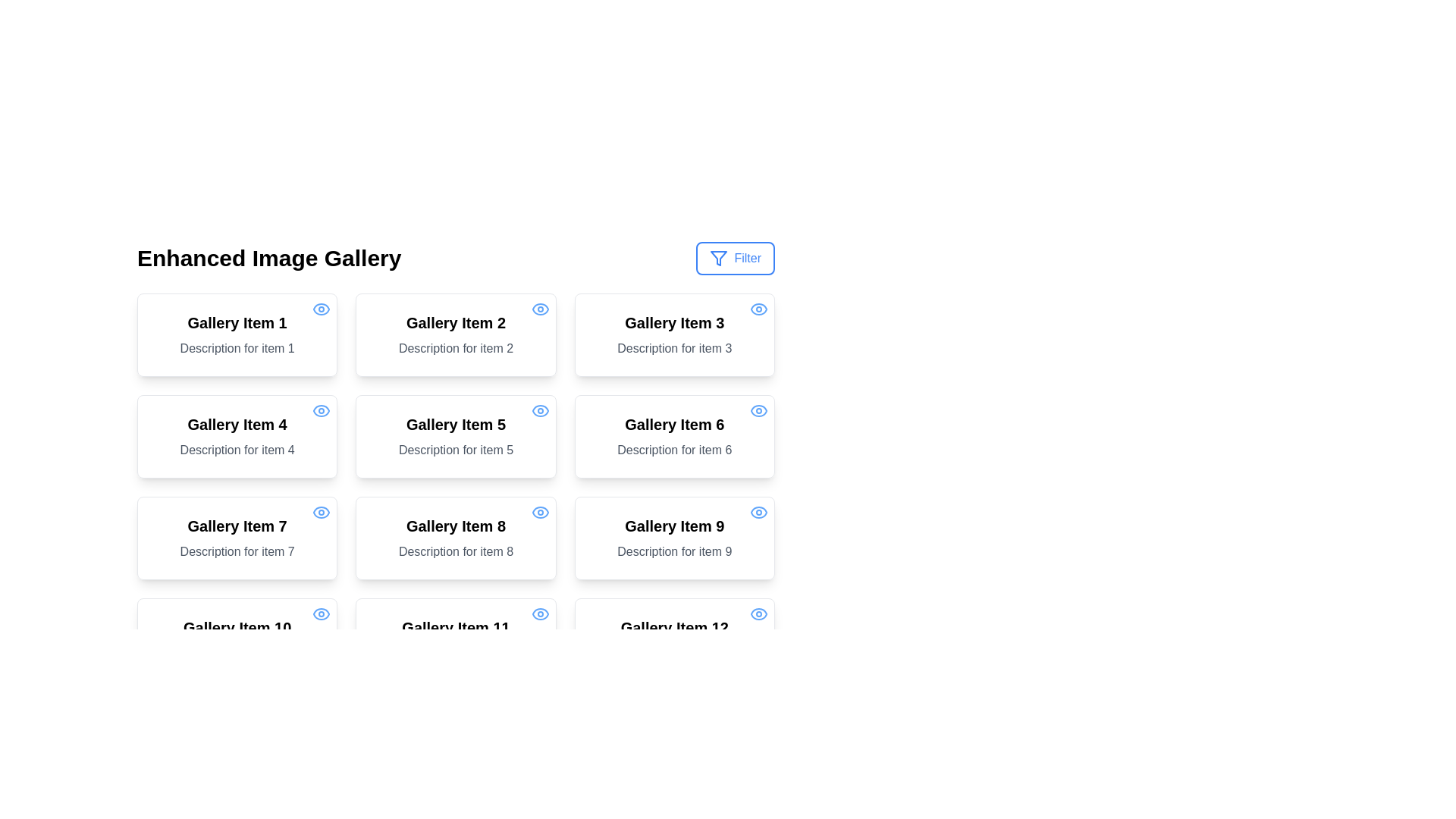 The width and height of the screenshot is (1456, 819). What do you see at coordinates (540, 411) in the screenshot?
I see `the eye icon located in the top-right corner of the card titled 'Gallery Item 5', which indicates a view or visibility function` at bounding box center [540, 411].